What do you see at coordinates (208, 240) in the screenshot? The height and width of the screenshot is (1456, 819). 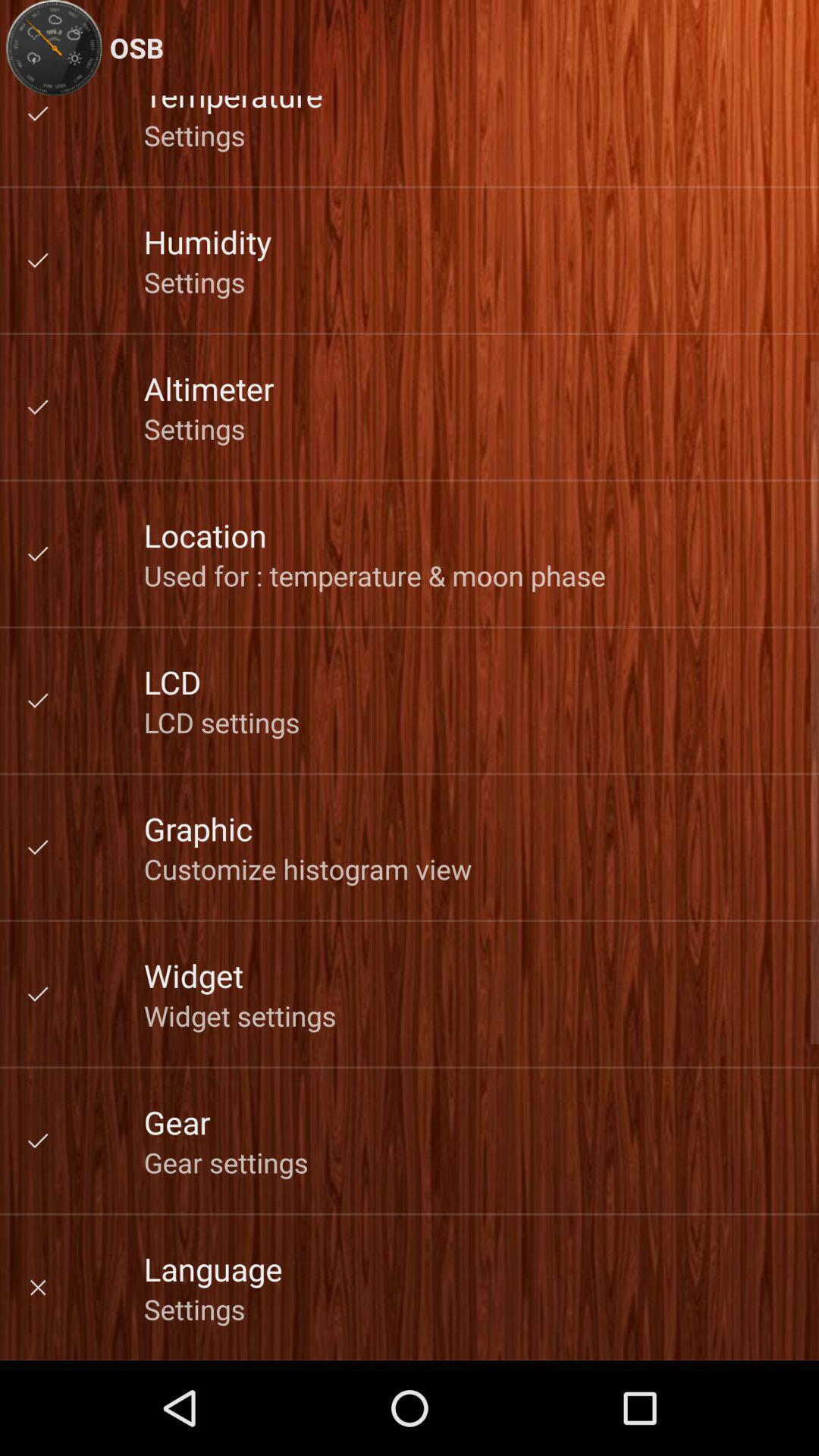 I see `the humidity item` at bounding box center [208, 240].